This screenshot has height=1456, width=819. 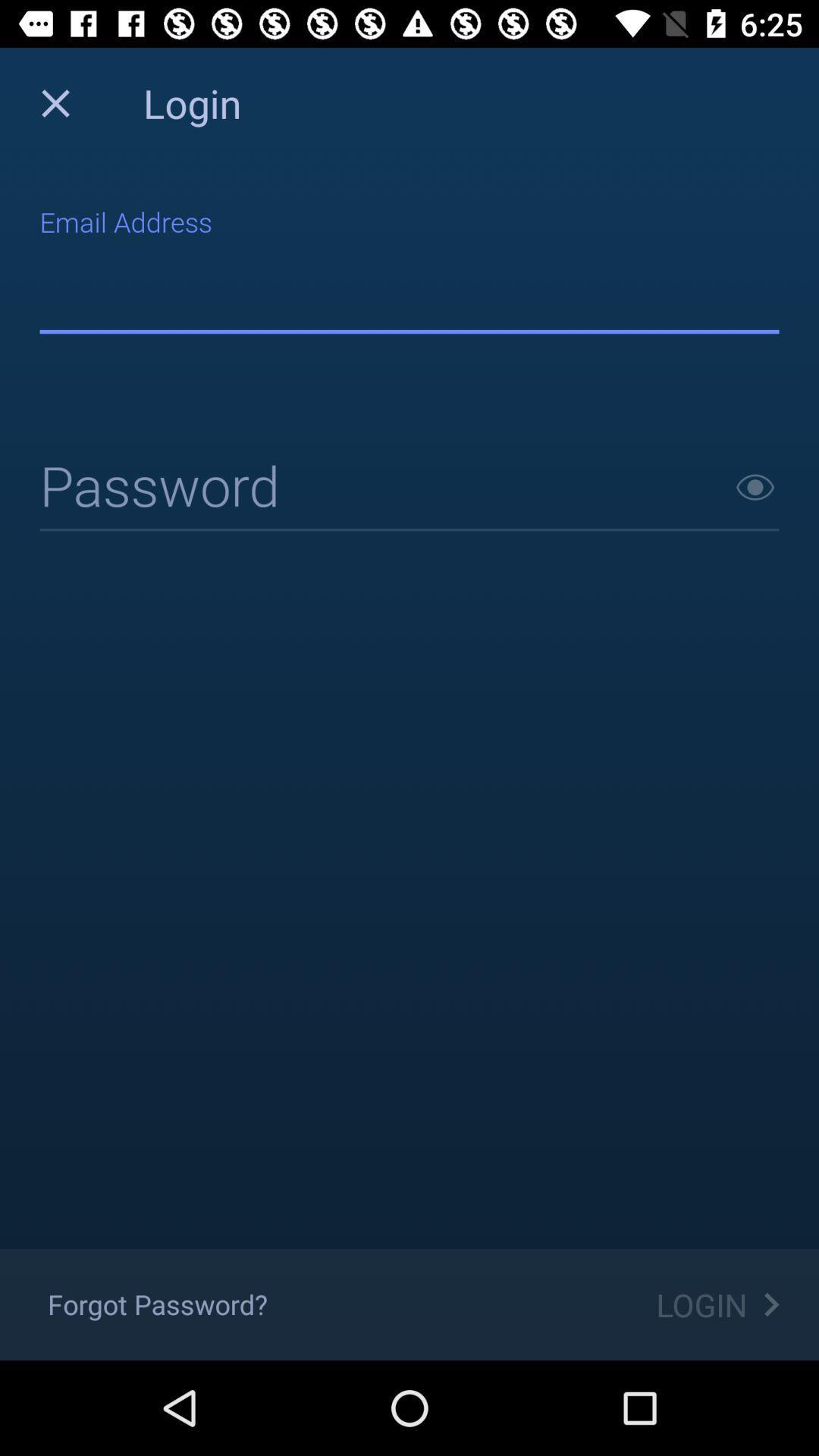 I want to click on password, so click(x=755, y=487).